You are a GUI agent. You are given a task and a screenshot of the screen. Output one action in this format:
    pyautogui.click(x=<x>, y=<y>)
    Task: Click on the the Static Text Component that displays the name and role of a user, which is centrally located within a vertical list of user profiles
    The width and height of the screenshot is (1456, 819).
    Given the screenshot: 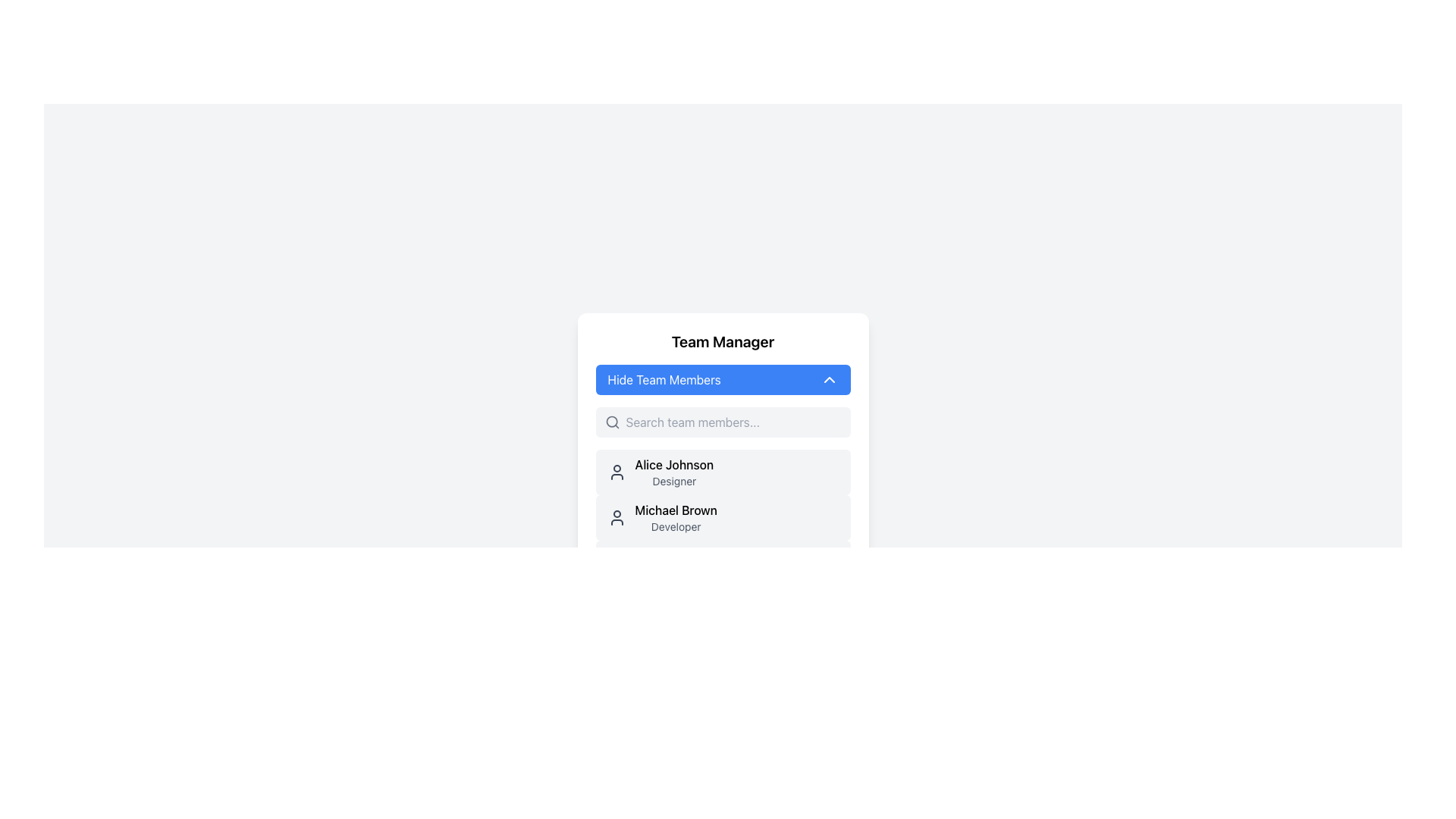 What is the action you would take?
    pyautogui.click(x=673, y=472)
    